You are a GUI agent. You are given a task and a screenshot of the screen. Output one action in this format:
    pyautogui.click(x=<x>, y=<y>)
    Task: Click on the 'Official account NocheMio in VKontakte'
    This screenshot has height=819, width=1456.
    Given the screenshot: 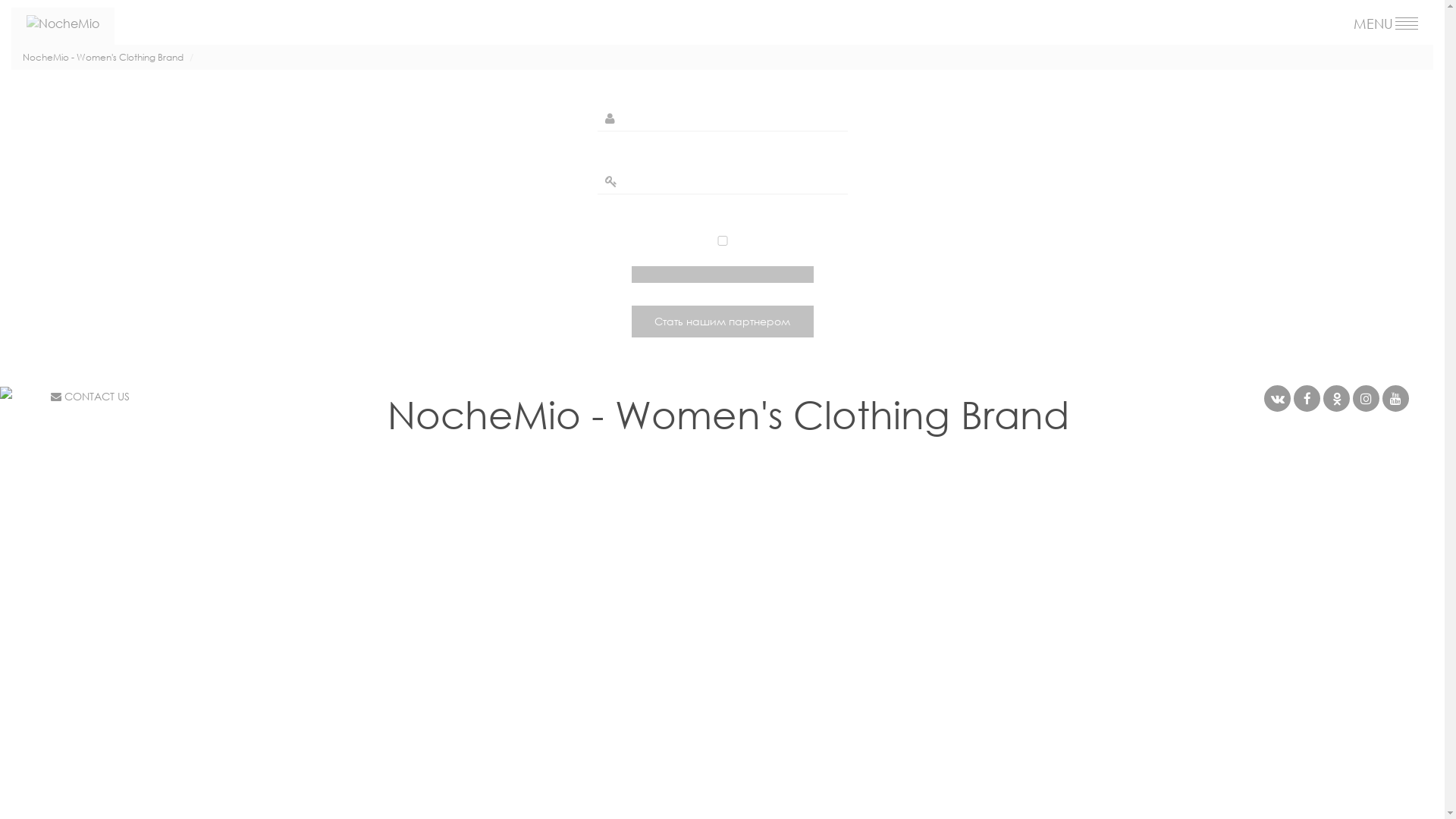 What is the action you would take?
    pyautogui.click(x=1276, y=397)
    